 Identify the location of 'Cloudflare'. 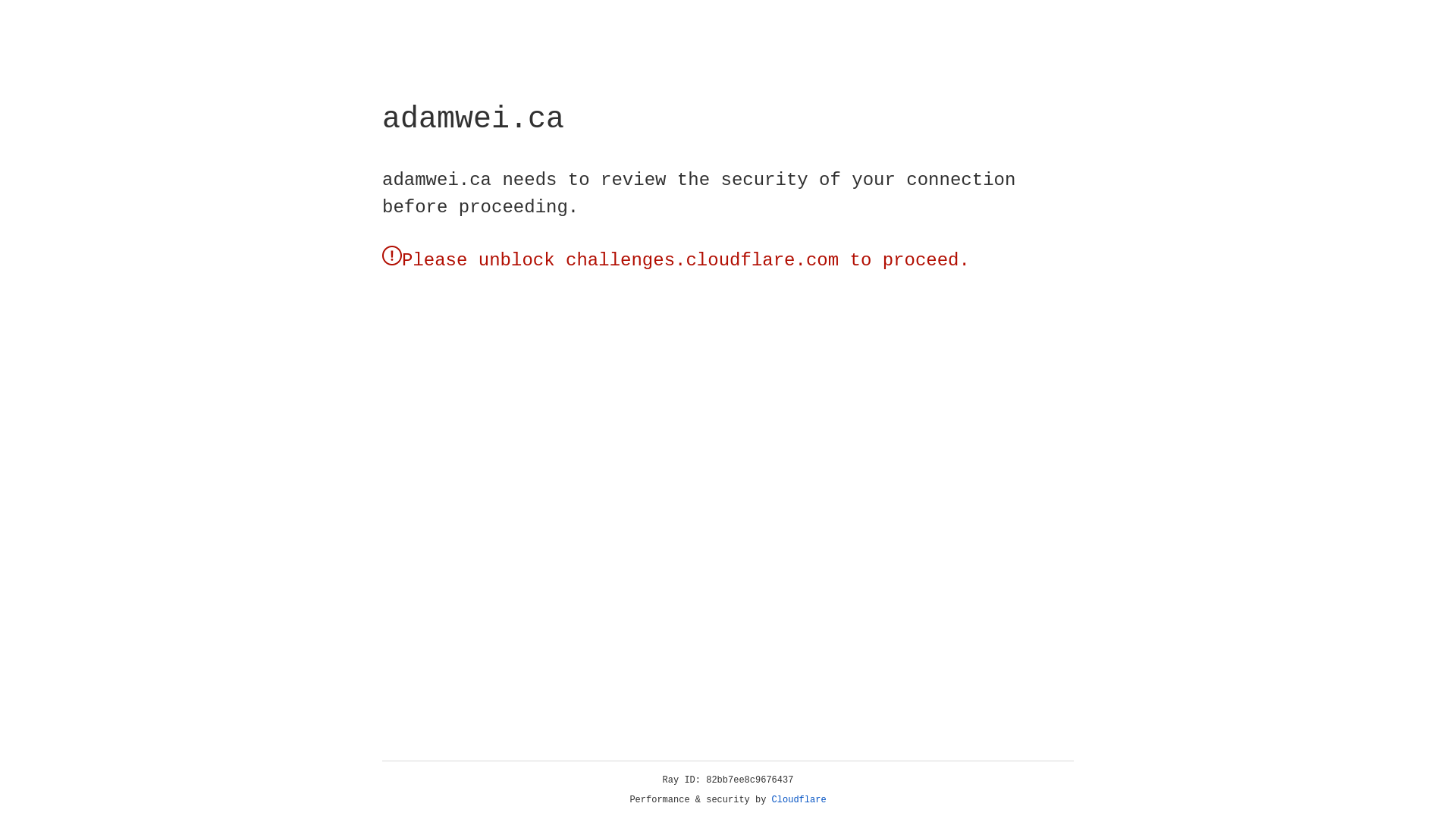
(799, 799).